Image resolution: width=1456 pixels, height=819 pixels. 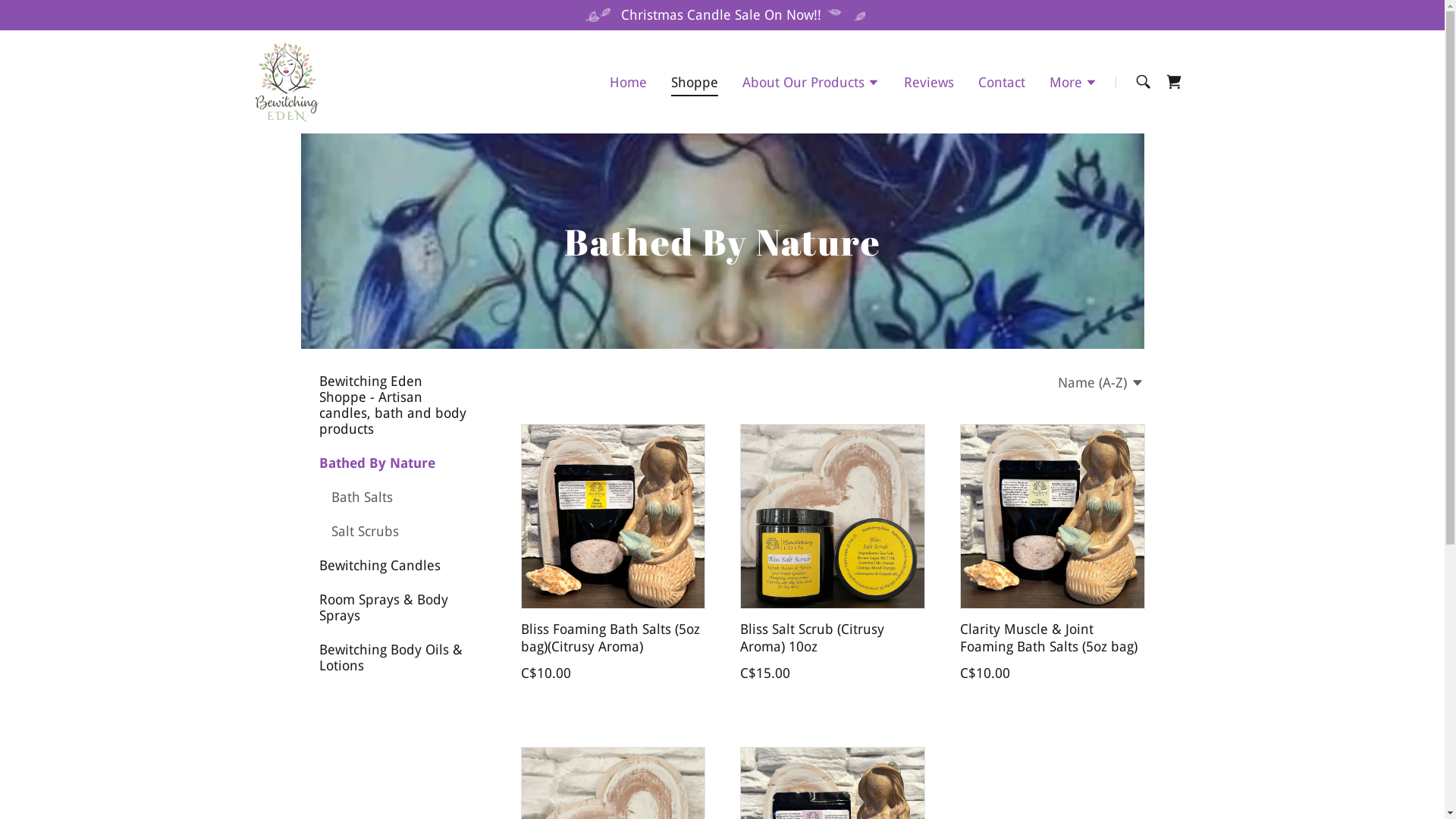 I want to click on 'Contact', so click(x=1001, y=82).